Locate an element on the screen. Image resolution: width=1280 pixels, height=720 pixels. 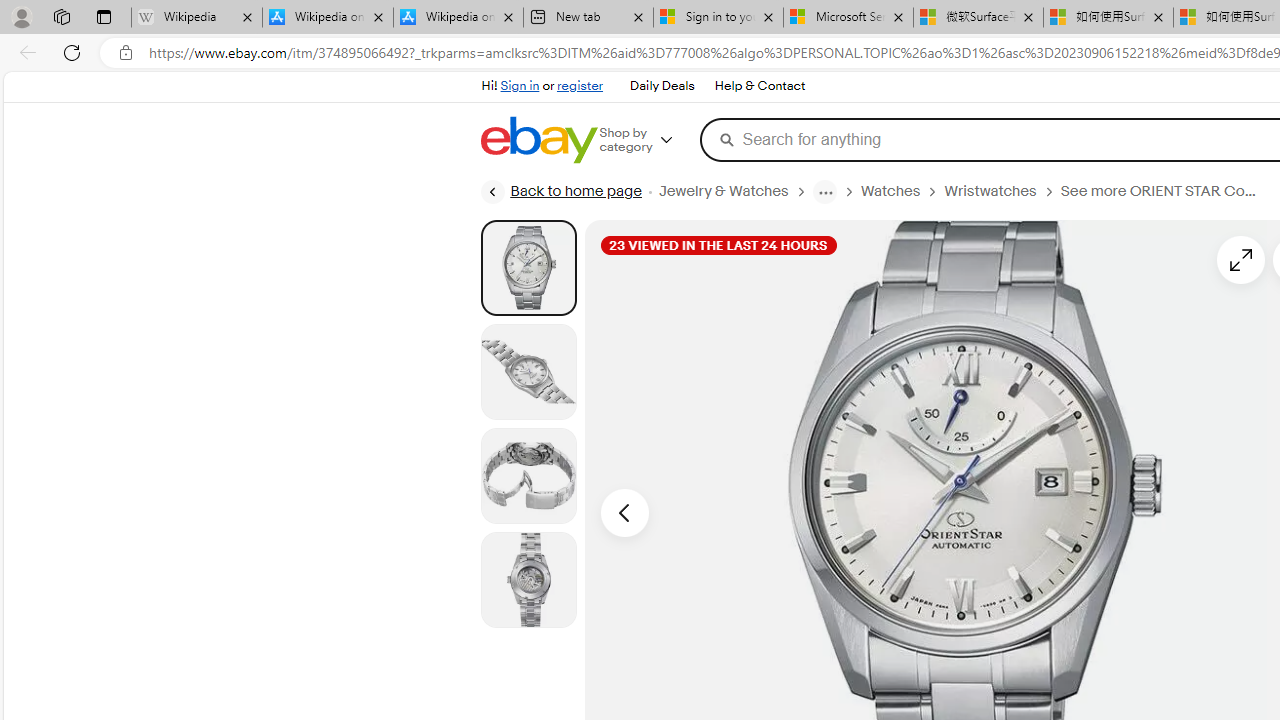
'Watches' is located at coordinates (889, 191).